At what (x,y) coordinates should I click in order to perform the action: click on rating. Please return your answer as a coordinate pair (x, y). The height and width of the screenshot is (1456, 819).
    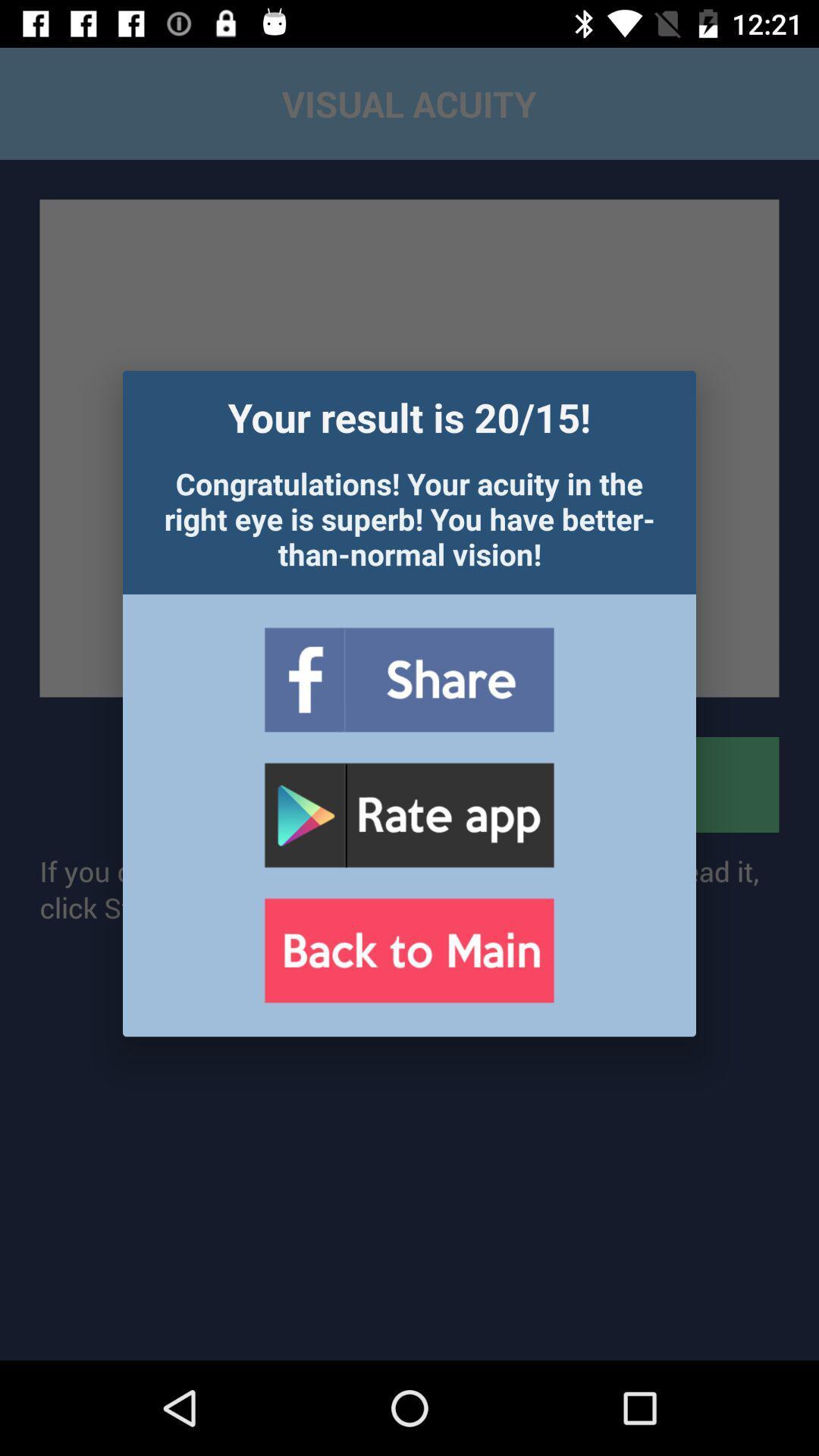
    Looking at the image, I should click on (408, 814).